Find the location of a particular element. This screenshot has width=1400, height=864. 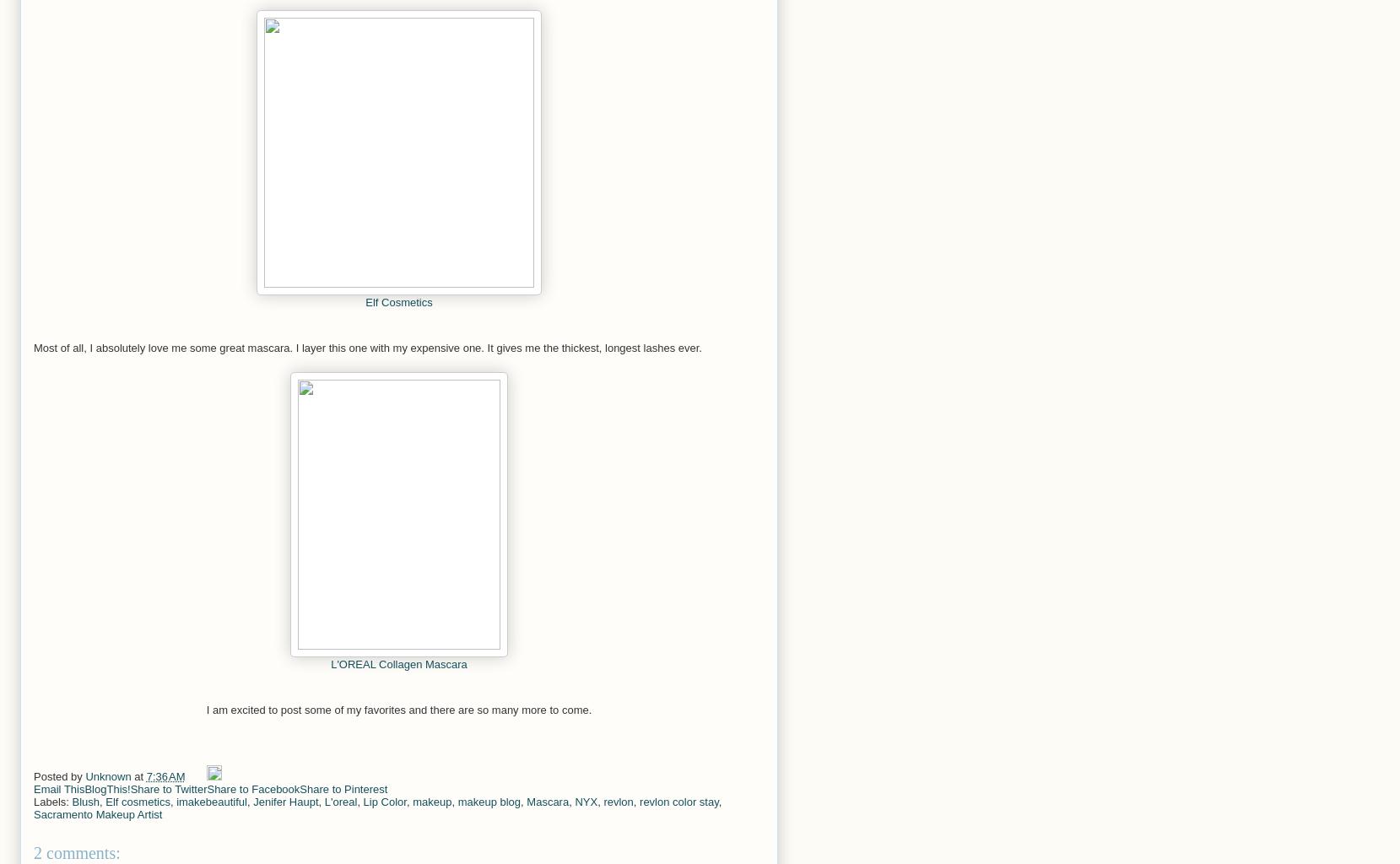

'I am excited to post some of my favorites and there are so many more to come.' is located at coordinates (205, 709).